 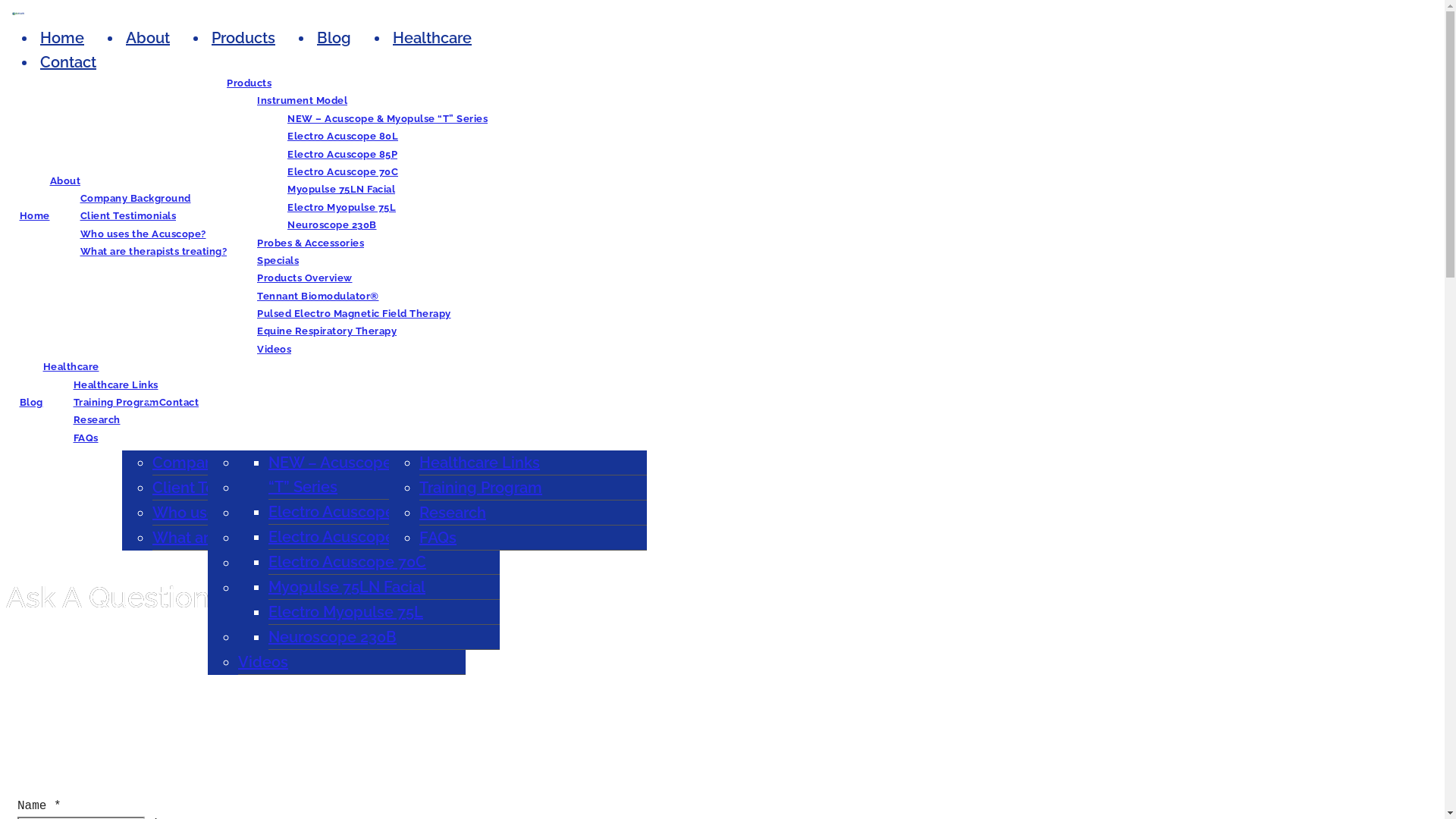 I want to click on 'Blog', so click(x=333, y=37).